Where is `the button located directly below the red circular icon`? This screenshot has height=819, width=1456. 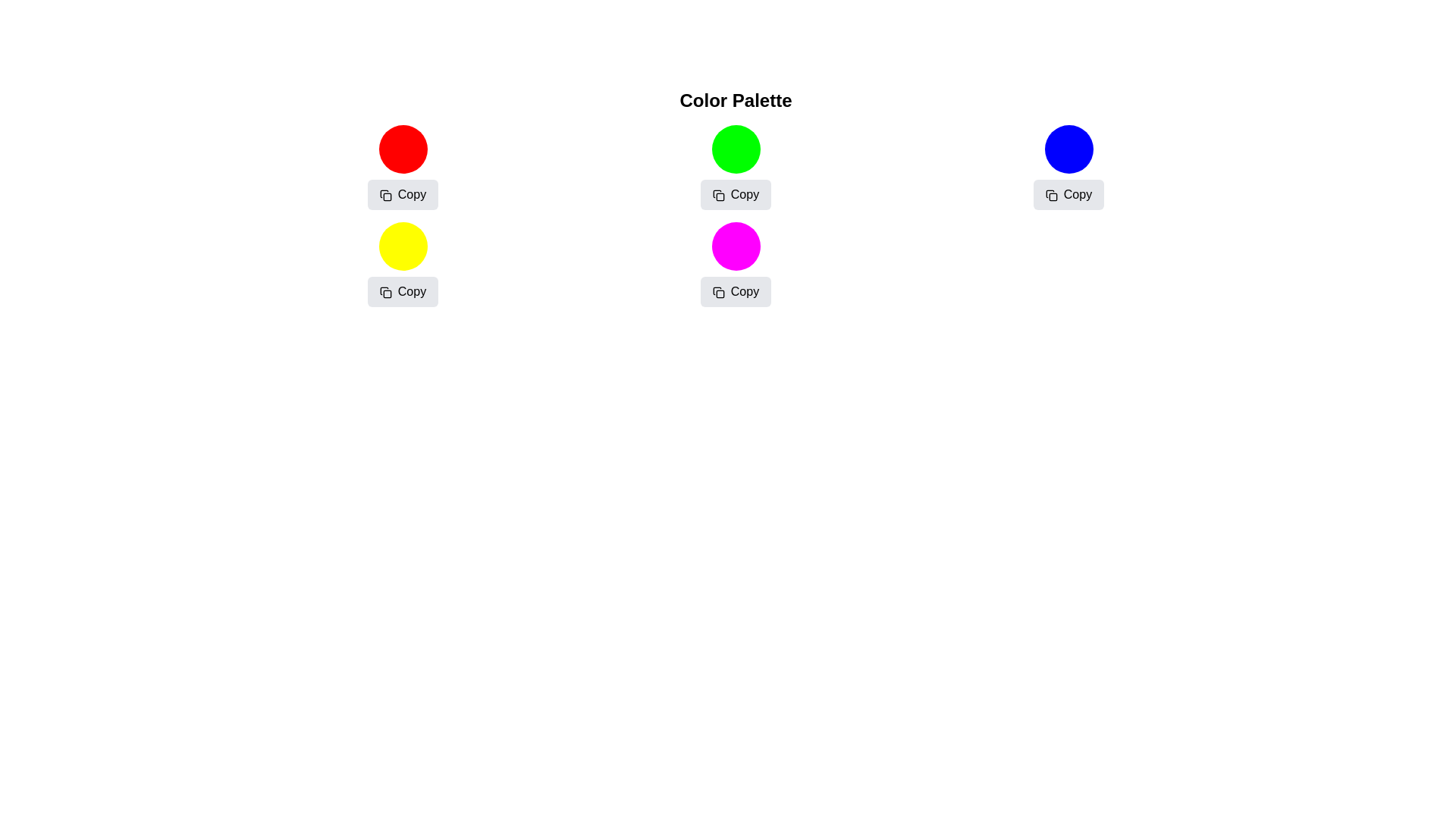
the button located directly below the red circular icon is located at coordinates (403, 194).